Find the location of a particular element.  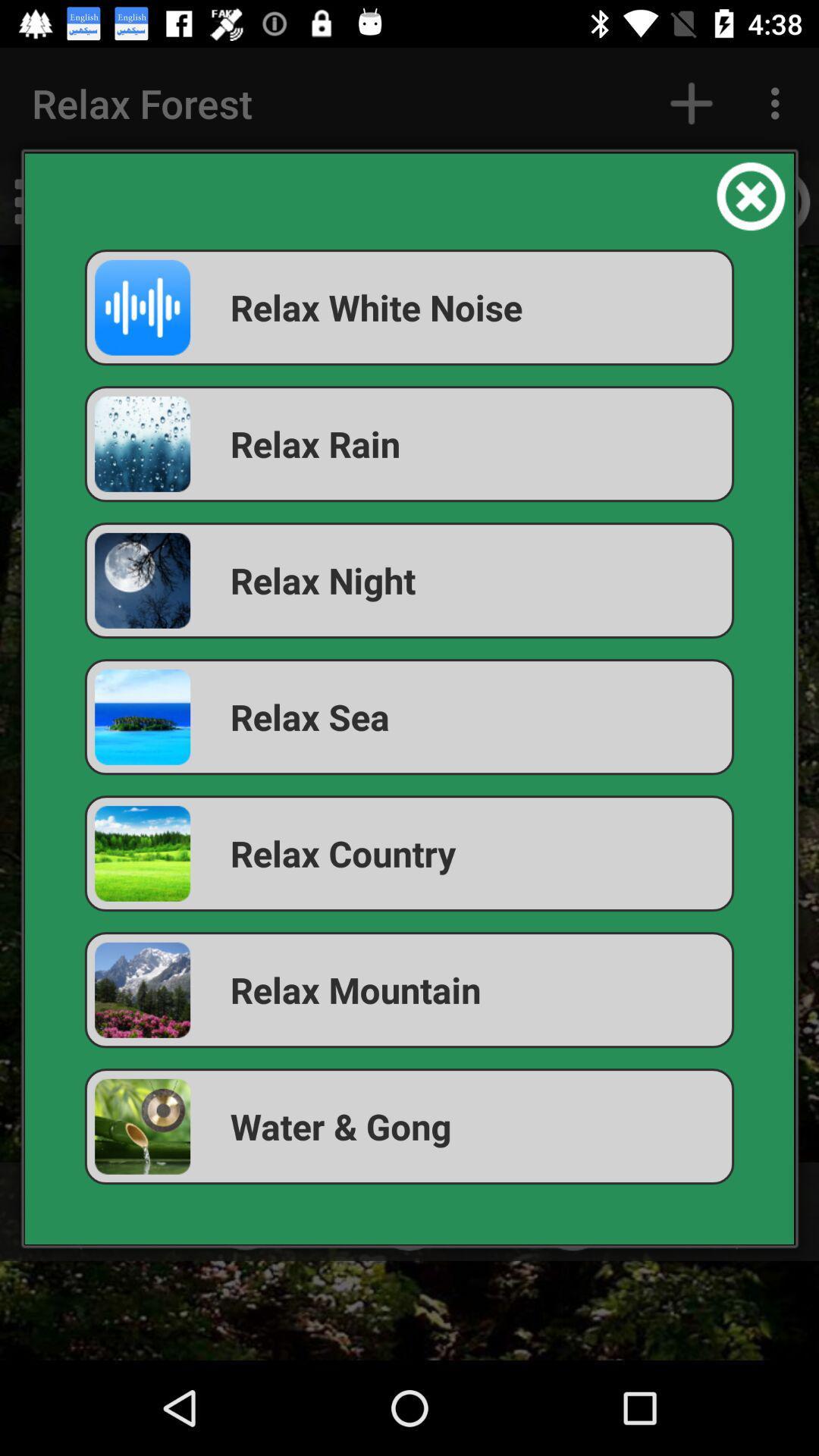

the app below the relax white noise is located at coordinates (409, 443).